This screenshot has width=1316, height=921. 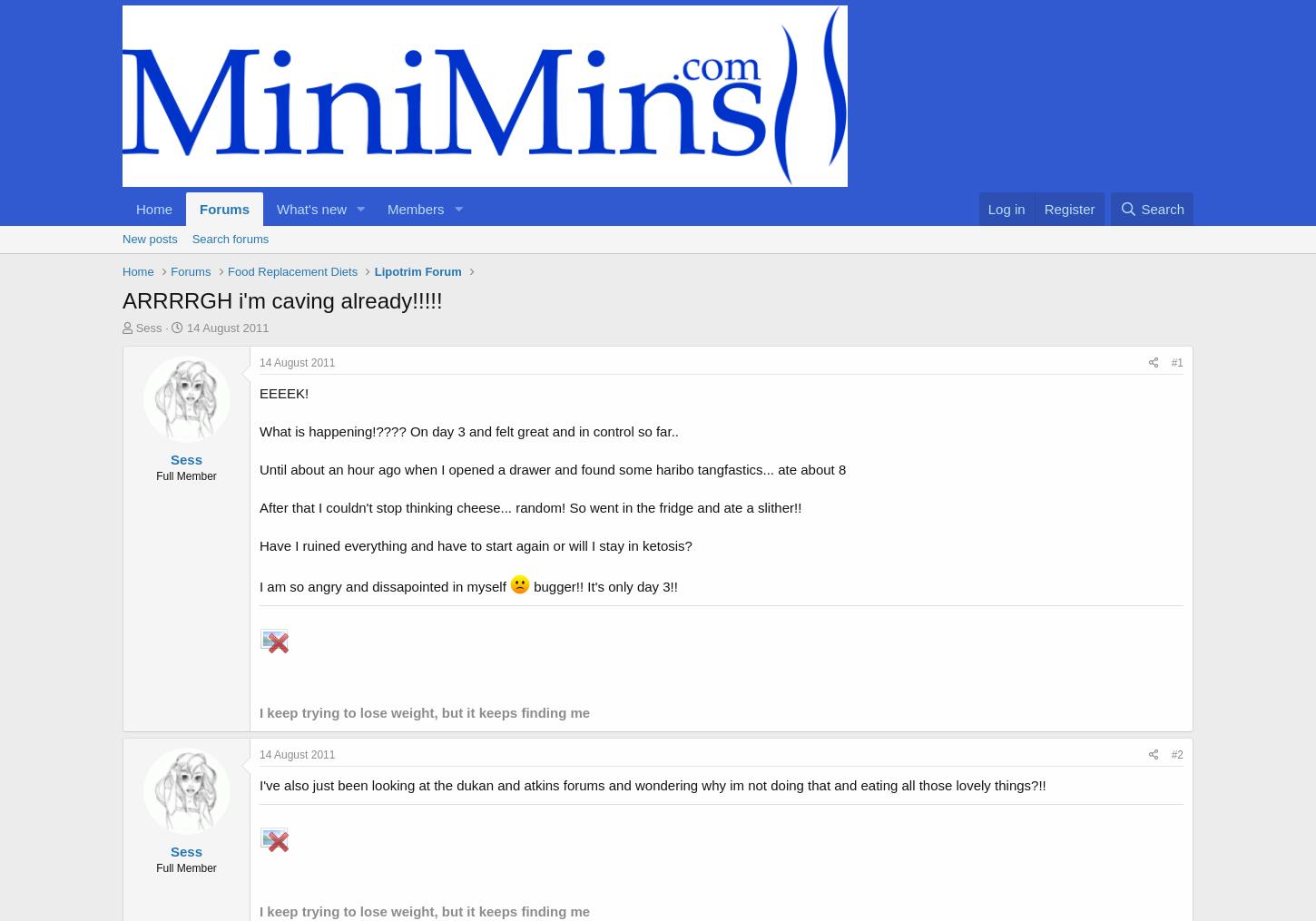 I want to click on '#2', so click(x=1177, y=754).